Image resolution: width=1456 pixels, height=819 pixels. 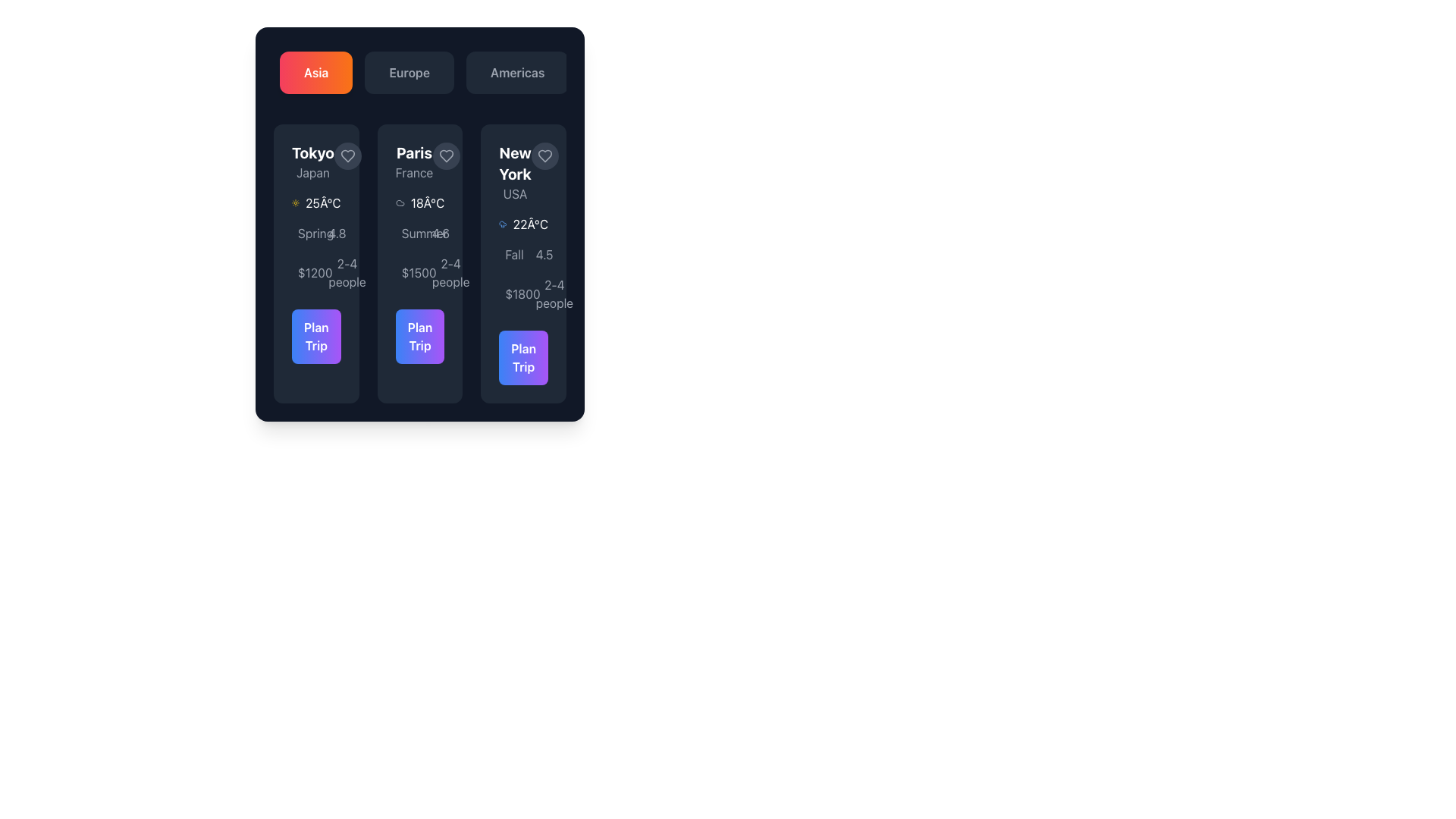 What do you see at coordinates (315, 234) in the screenshot?
I see `text label displaying 'Spring' located in the Tokyo, Japan card, which is positioned beneath the temperature information and above the rating value` at bounding box center [315, 234].